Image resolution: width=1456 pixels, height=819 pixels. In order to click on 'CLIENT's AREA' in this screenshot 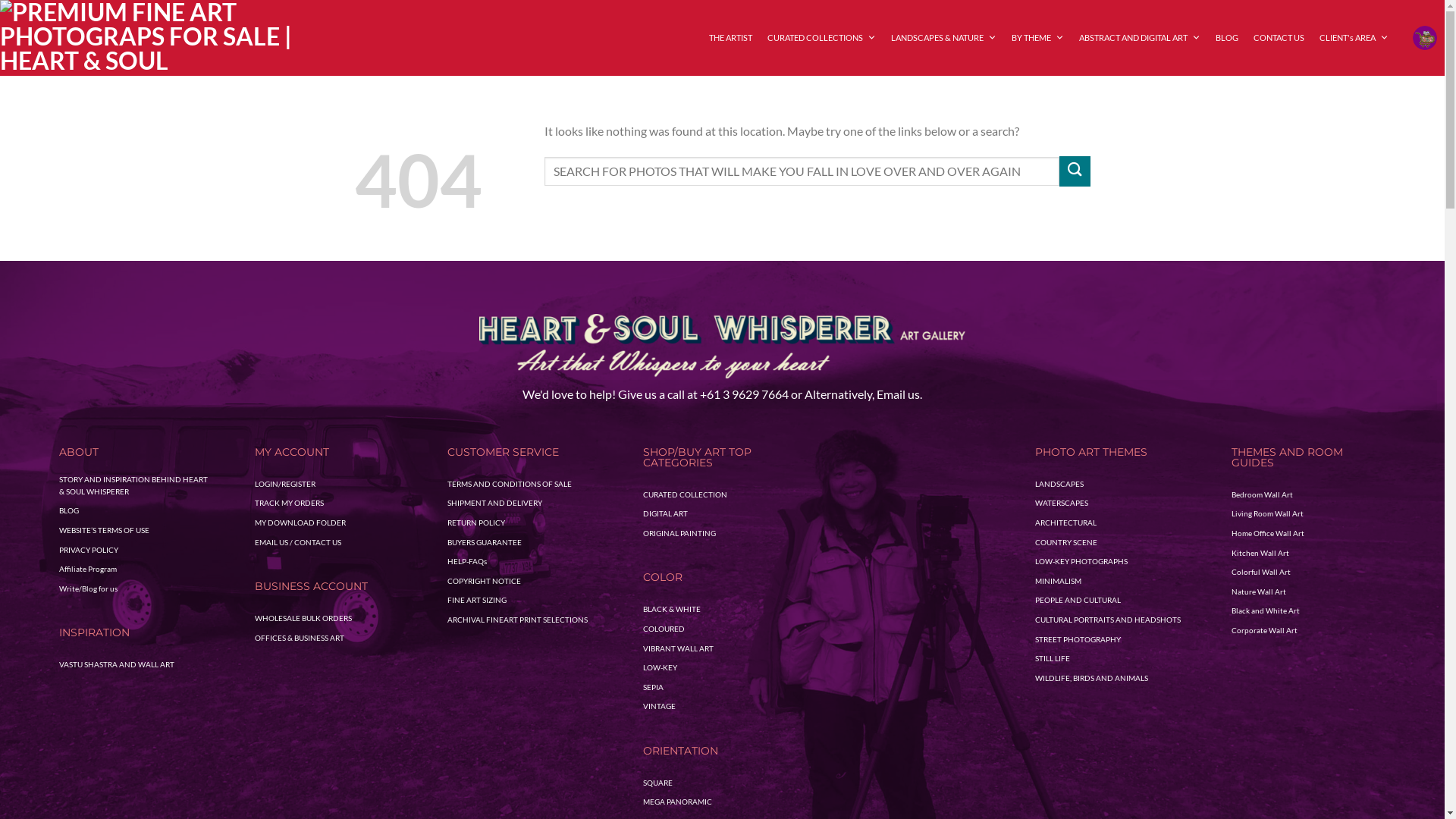, I will do `click(1354, 37)`.